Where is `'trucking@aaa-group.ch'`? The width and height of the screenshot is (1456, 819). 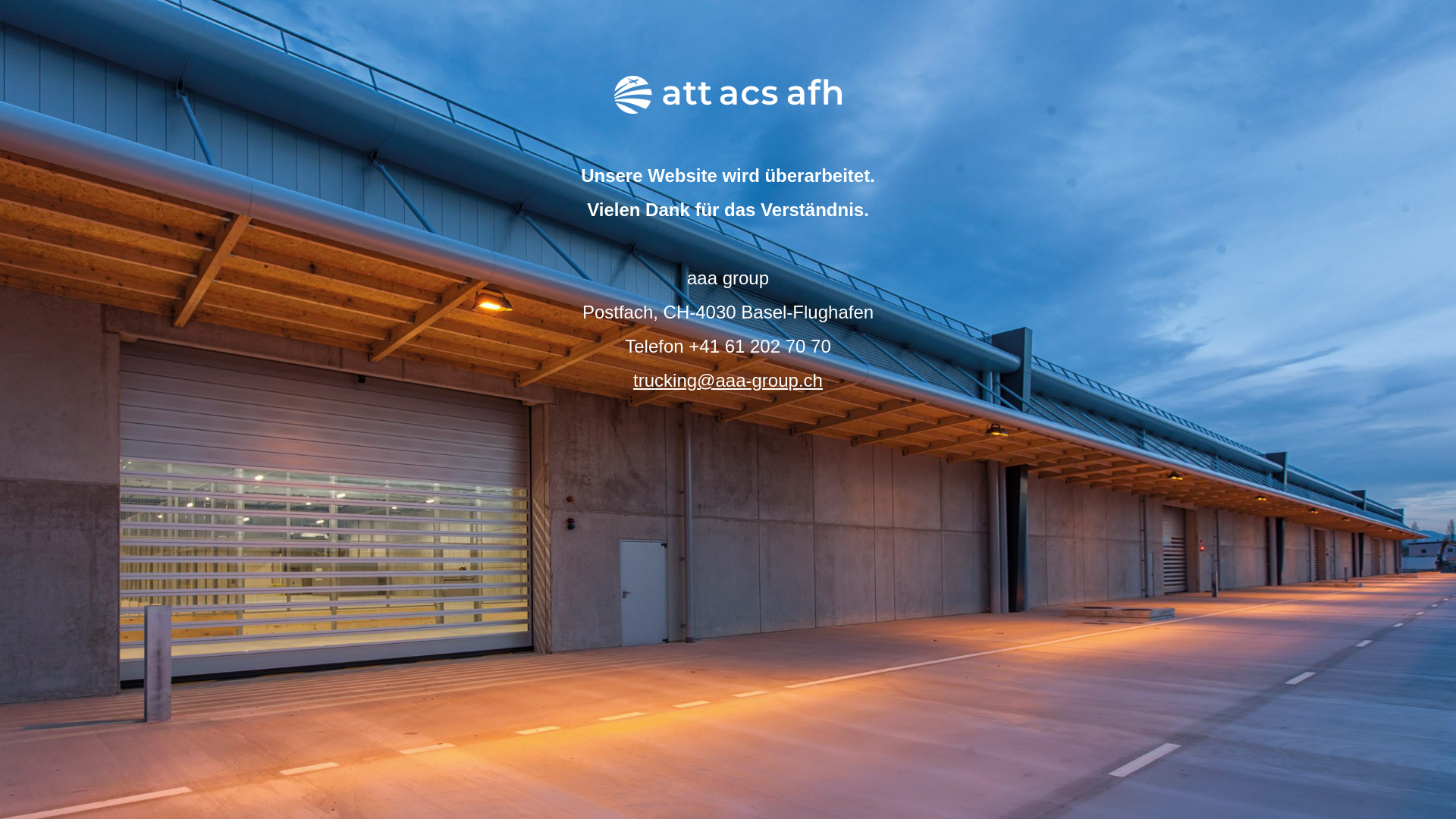 'trucking@aaa-group.ch' is located at coordinates (728, 379).